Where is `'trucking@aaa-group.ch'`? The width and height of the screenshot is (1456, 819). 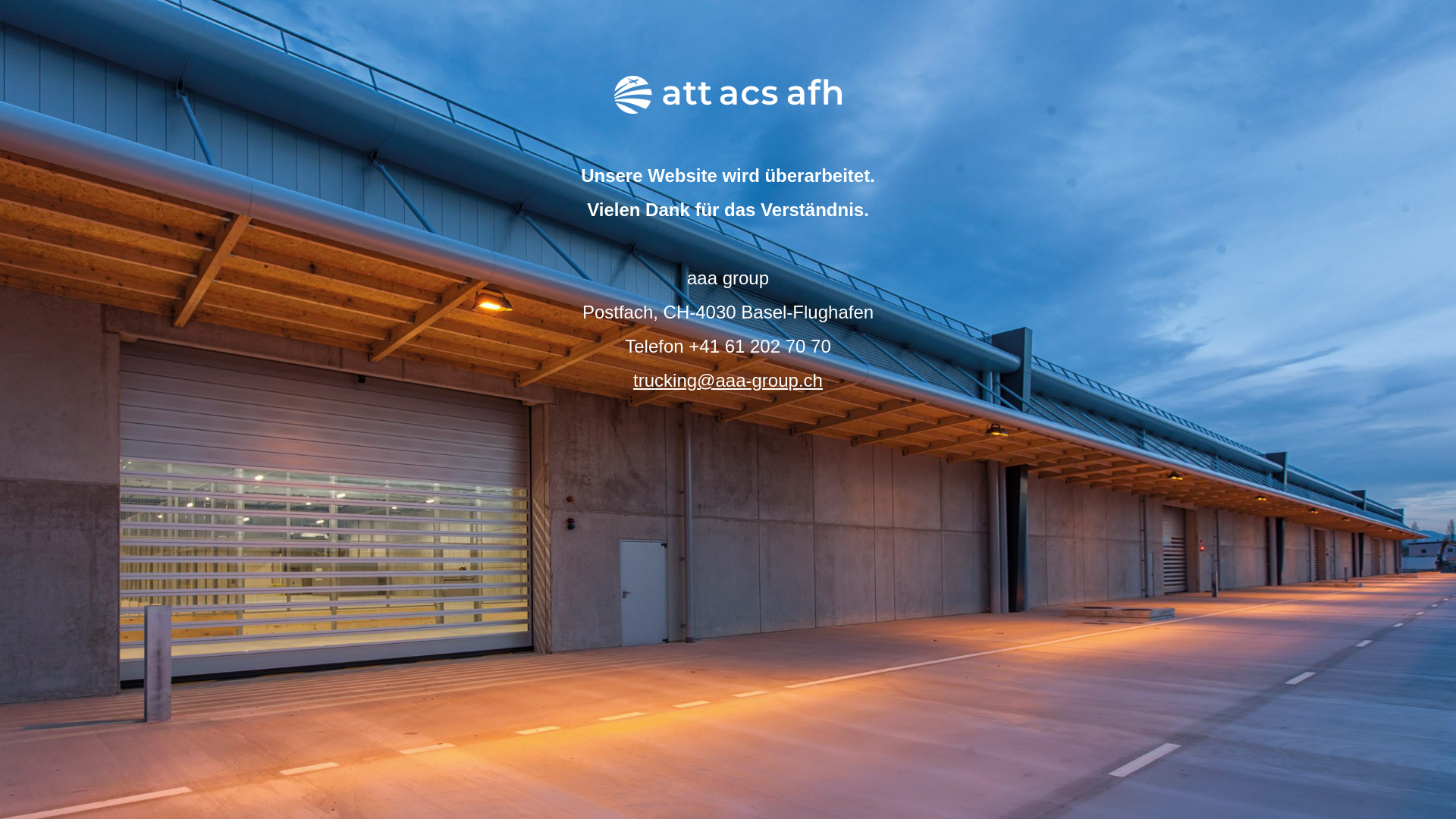 'trucking@aaa-group.ch' is located at coordinates (728, 379).